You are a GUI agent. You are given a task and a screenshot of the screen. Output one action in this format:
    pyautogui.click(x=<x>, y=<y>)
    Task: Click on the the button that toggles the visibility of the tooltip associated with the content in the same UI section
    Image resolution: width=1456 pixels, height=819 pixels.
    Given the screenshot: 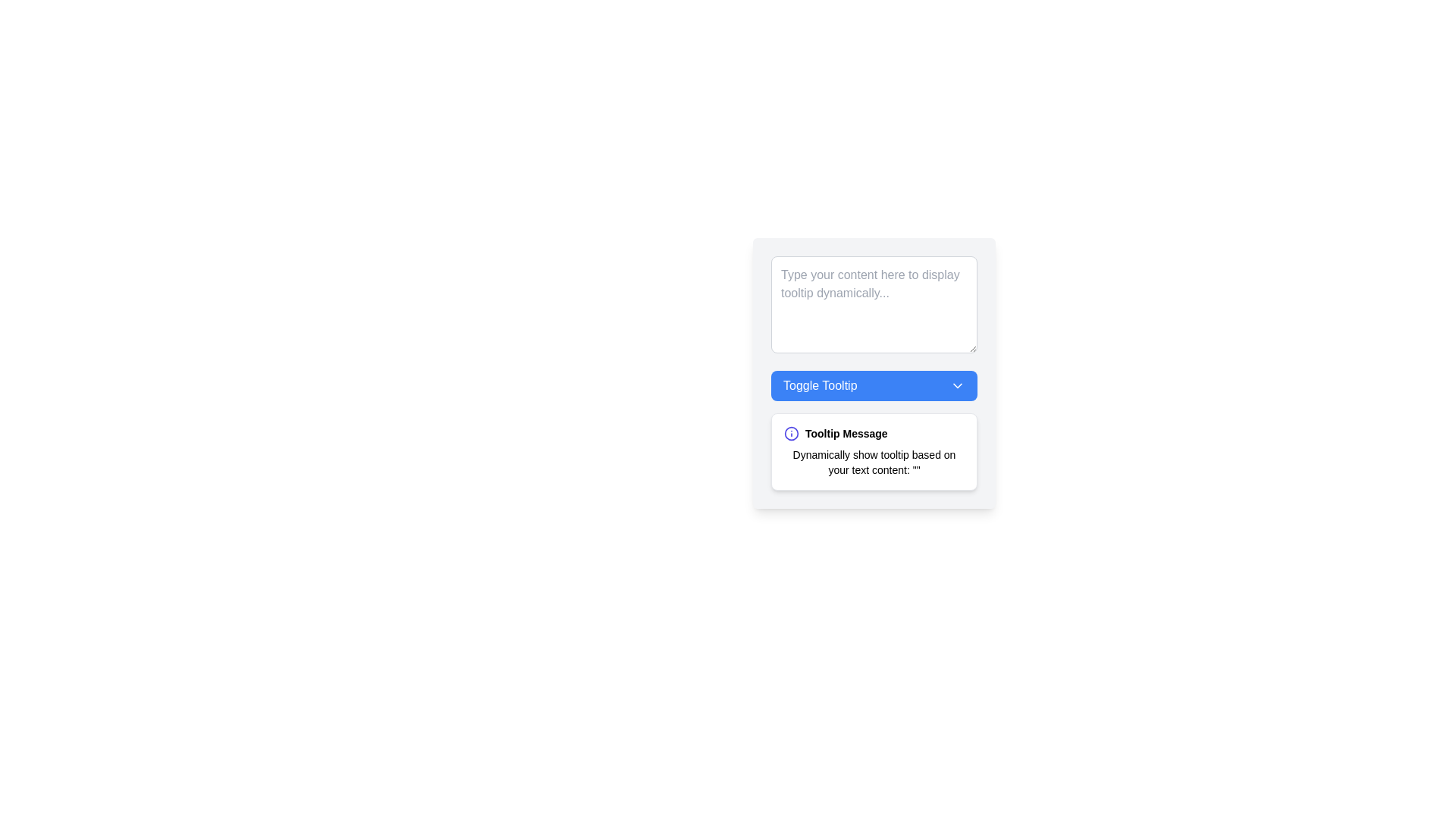 What is the action you would take?
    pyautogui.click(x=874, y=373)
    